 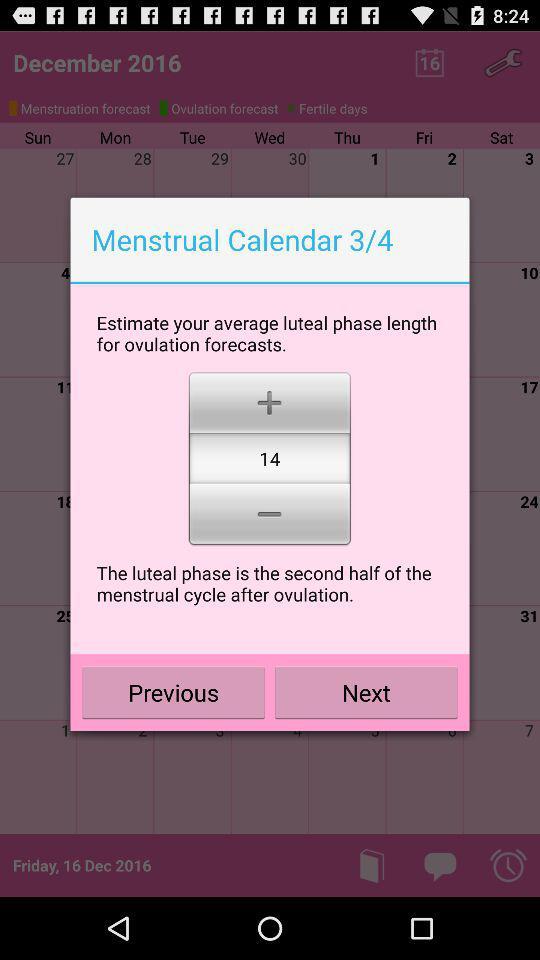 What do you see at coordinates (269, 400) in the screenshot?
I see `the item below estimate your average icon` at bounding box center [269, 400].